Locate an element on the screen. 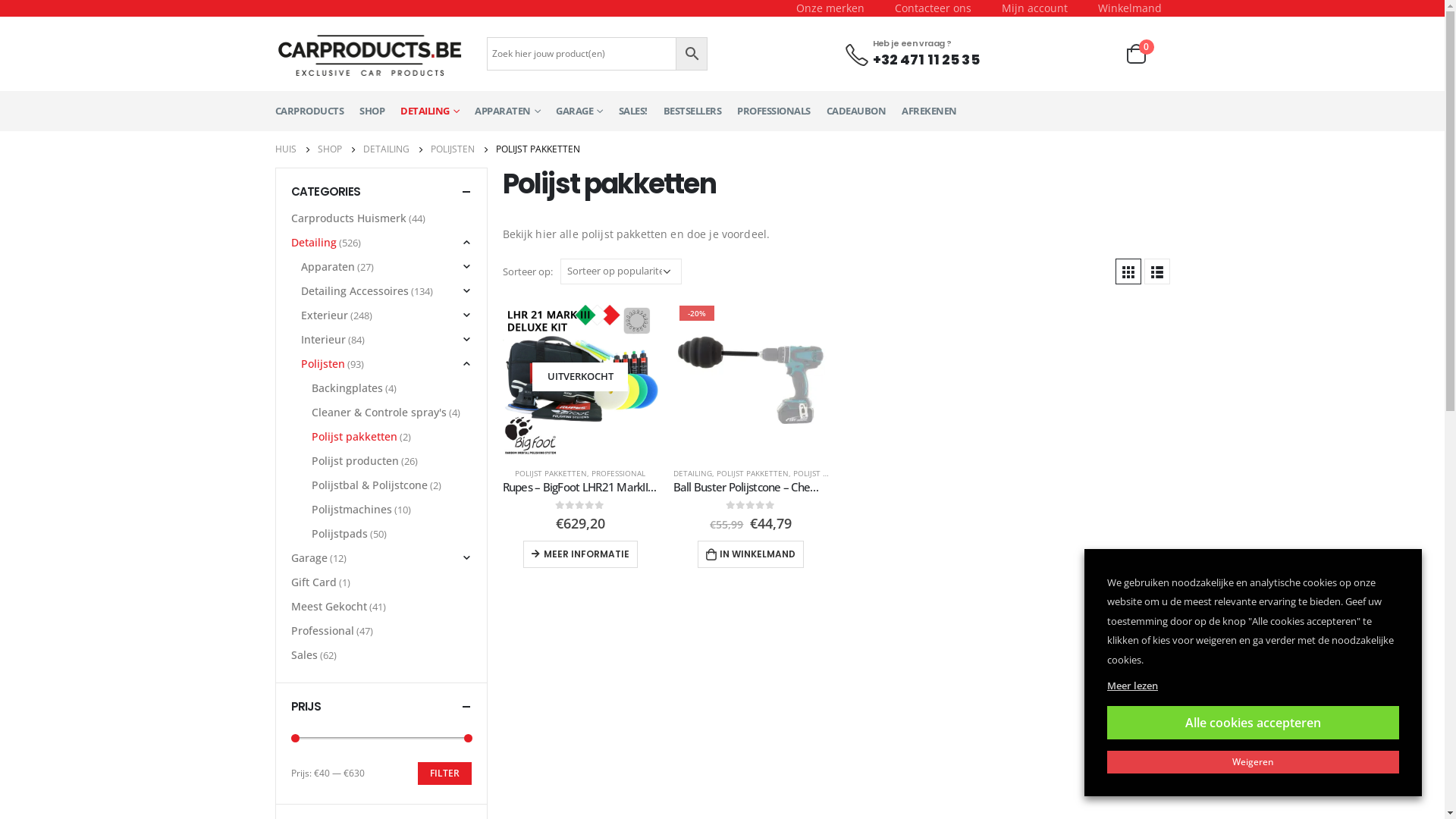 The width and height of the screenshot is (1456, 819). 'CARPRODUCTS' is located at coordinates (308, 110).